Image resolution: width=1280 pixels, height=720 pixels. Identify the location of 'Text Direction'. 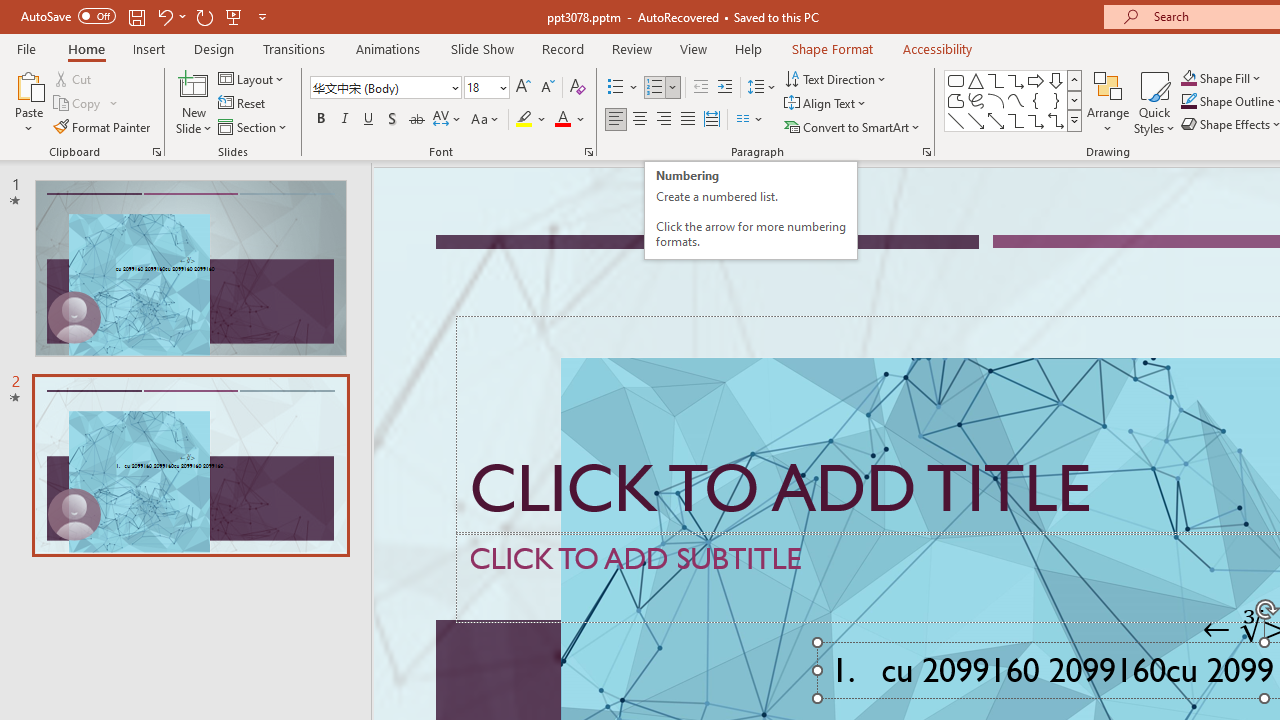
(837, 78).